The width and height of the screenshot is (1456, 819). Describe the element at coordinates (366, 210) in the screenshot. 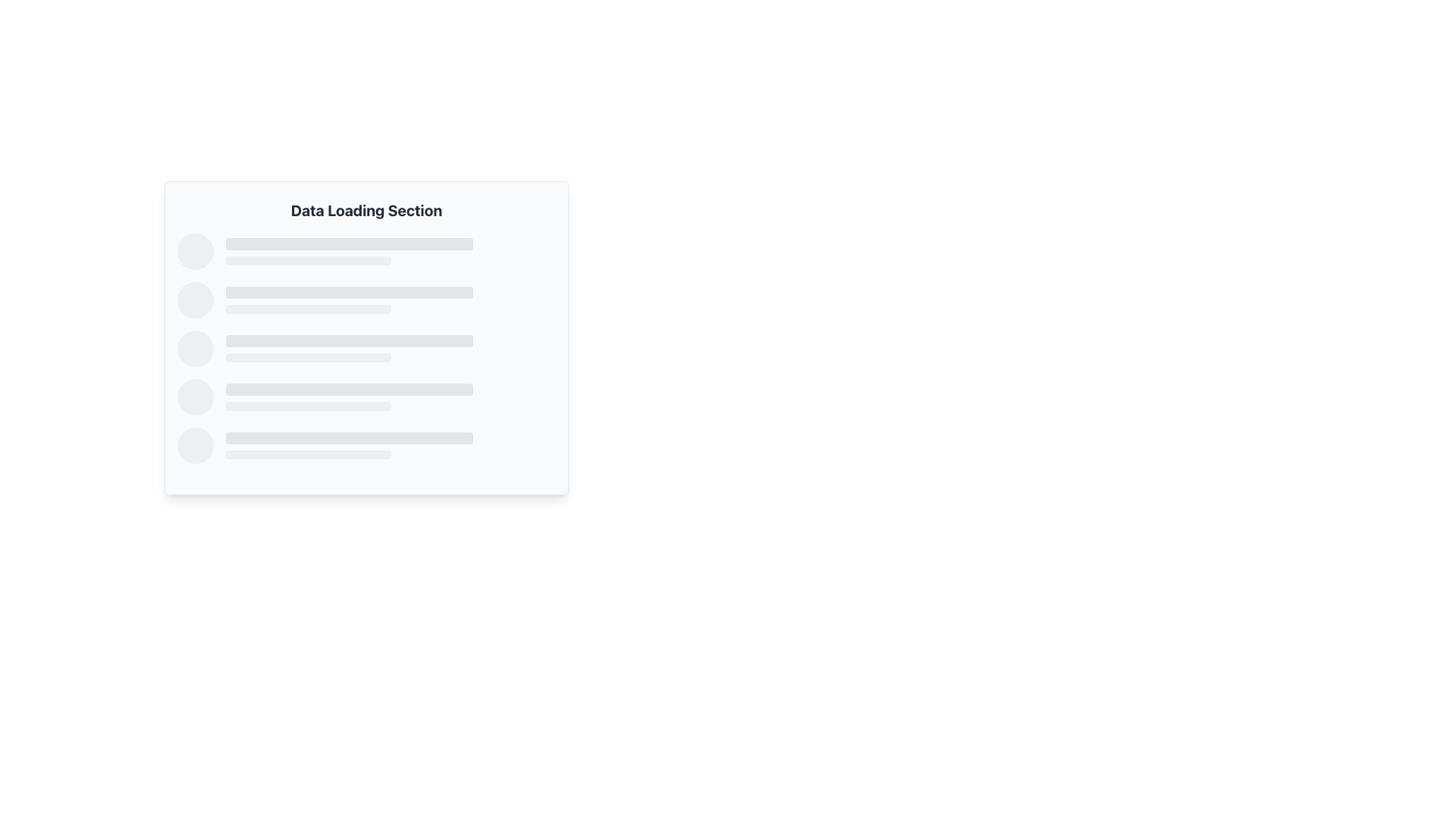

I see `the bold text label 'Data Loading Section' which is prominently displayed at the top of the panel` at that location.